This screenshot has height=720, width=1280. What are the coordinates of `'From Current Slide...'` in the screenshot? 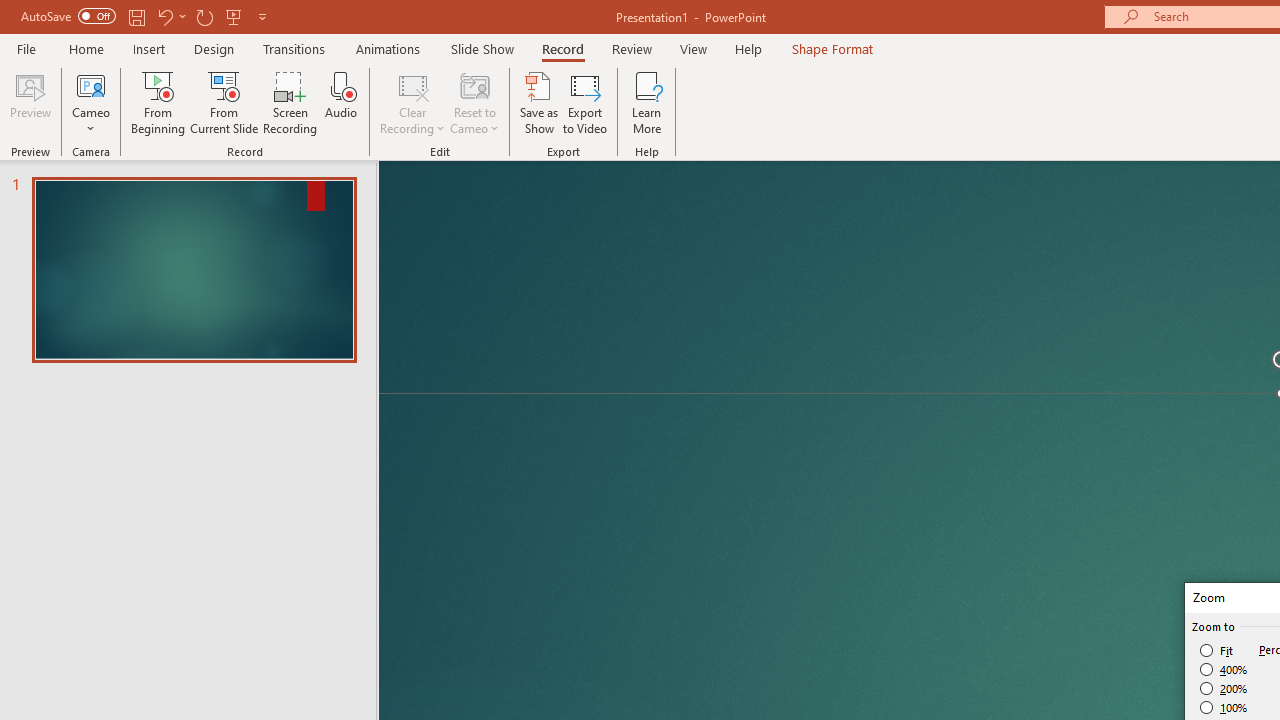 It's located at (224, 103).